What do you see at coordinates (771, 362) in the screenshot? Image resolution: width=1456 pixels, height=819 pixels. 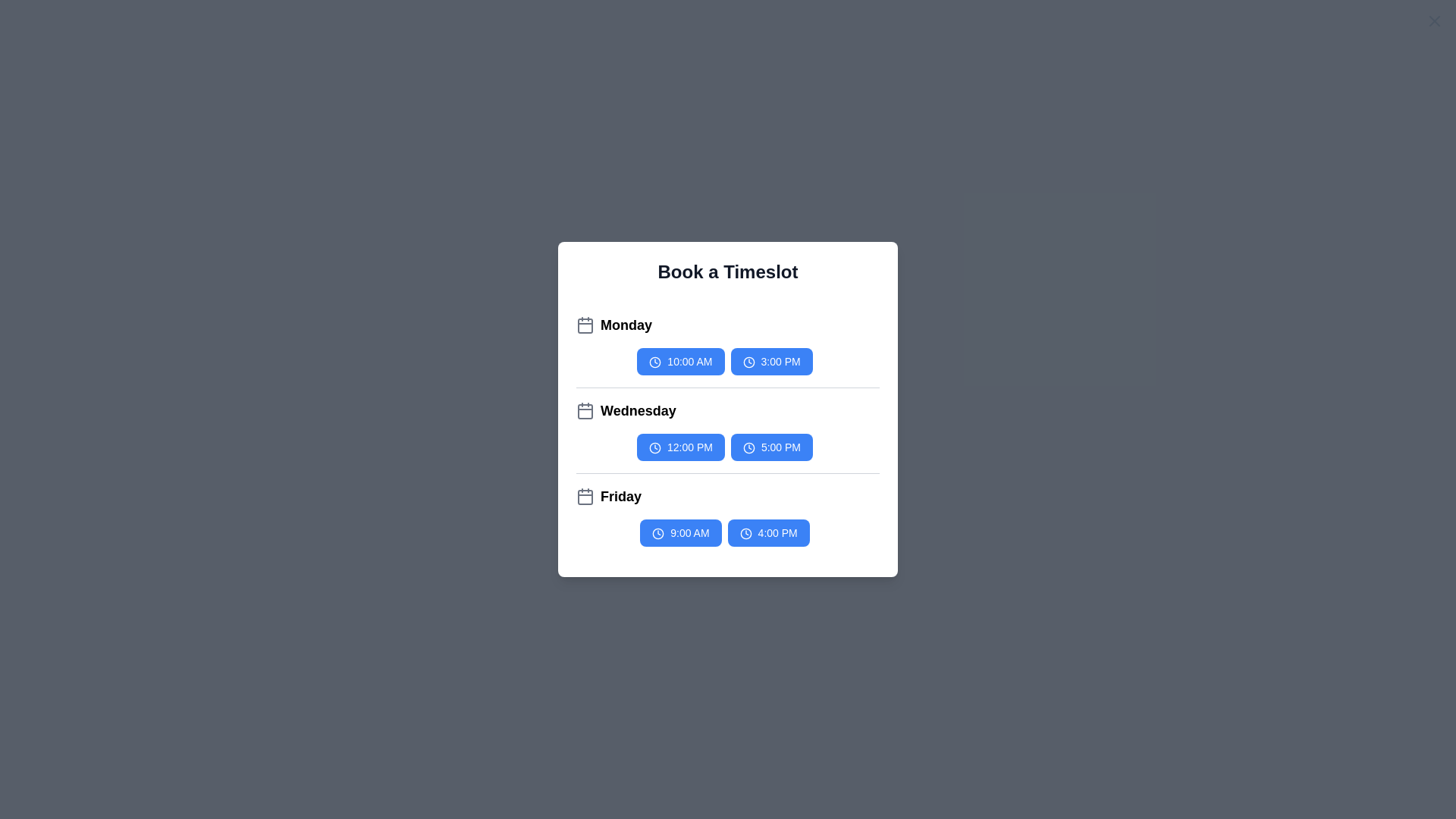 I see `the timeslot button labeled 3:00 PM` at bounding box center [771, 362].